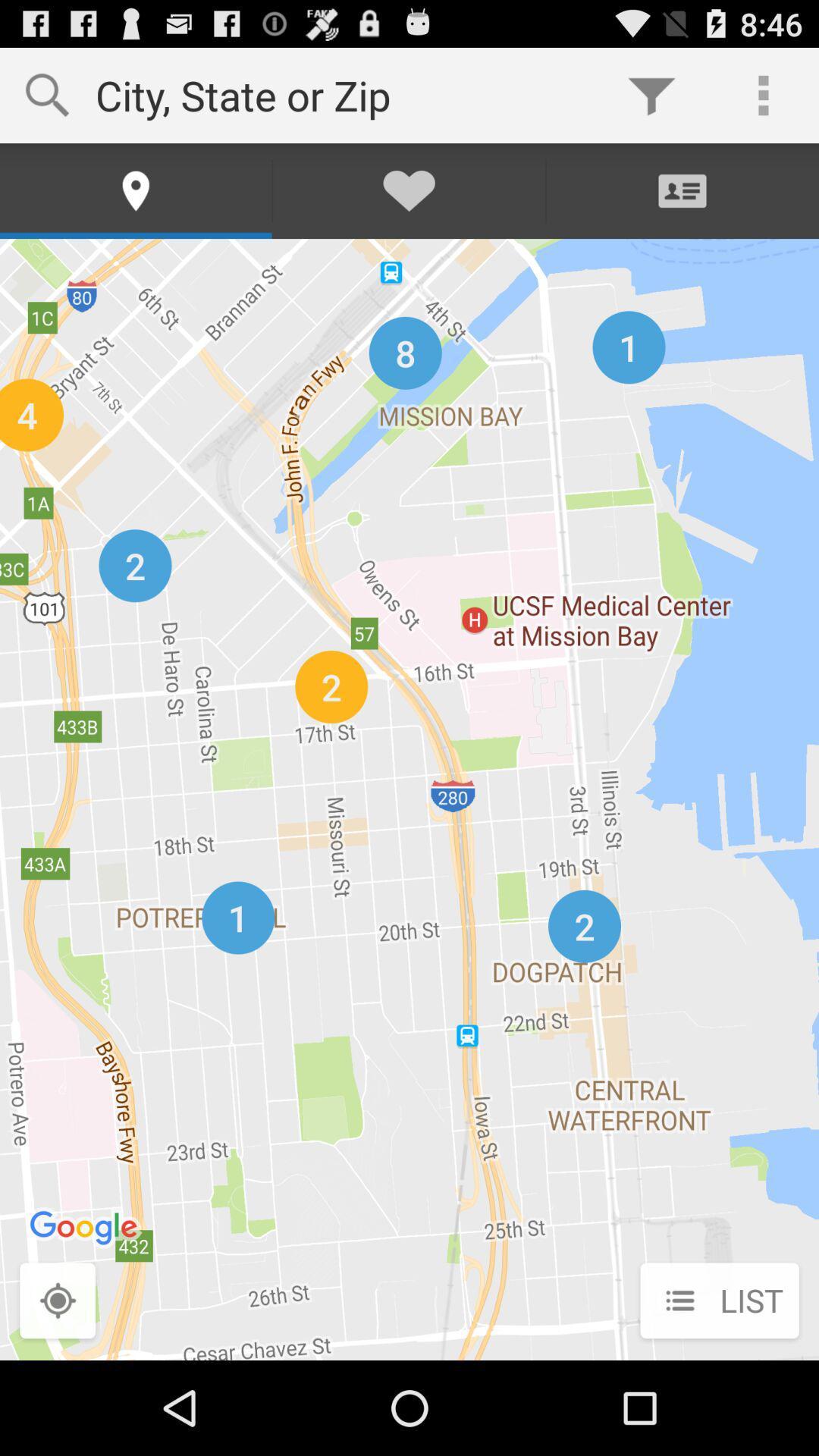 The image size is (819, 1456). What do you see at coordinates (719, 1301) in the screenshot?
I see `list item` at bounding box center [719, 1301].